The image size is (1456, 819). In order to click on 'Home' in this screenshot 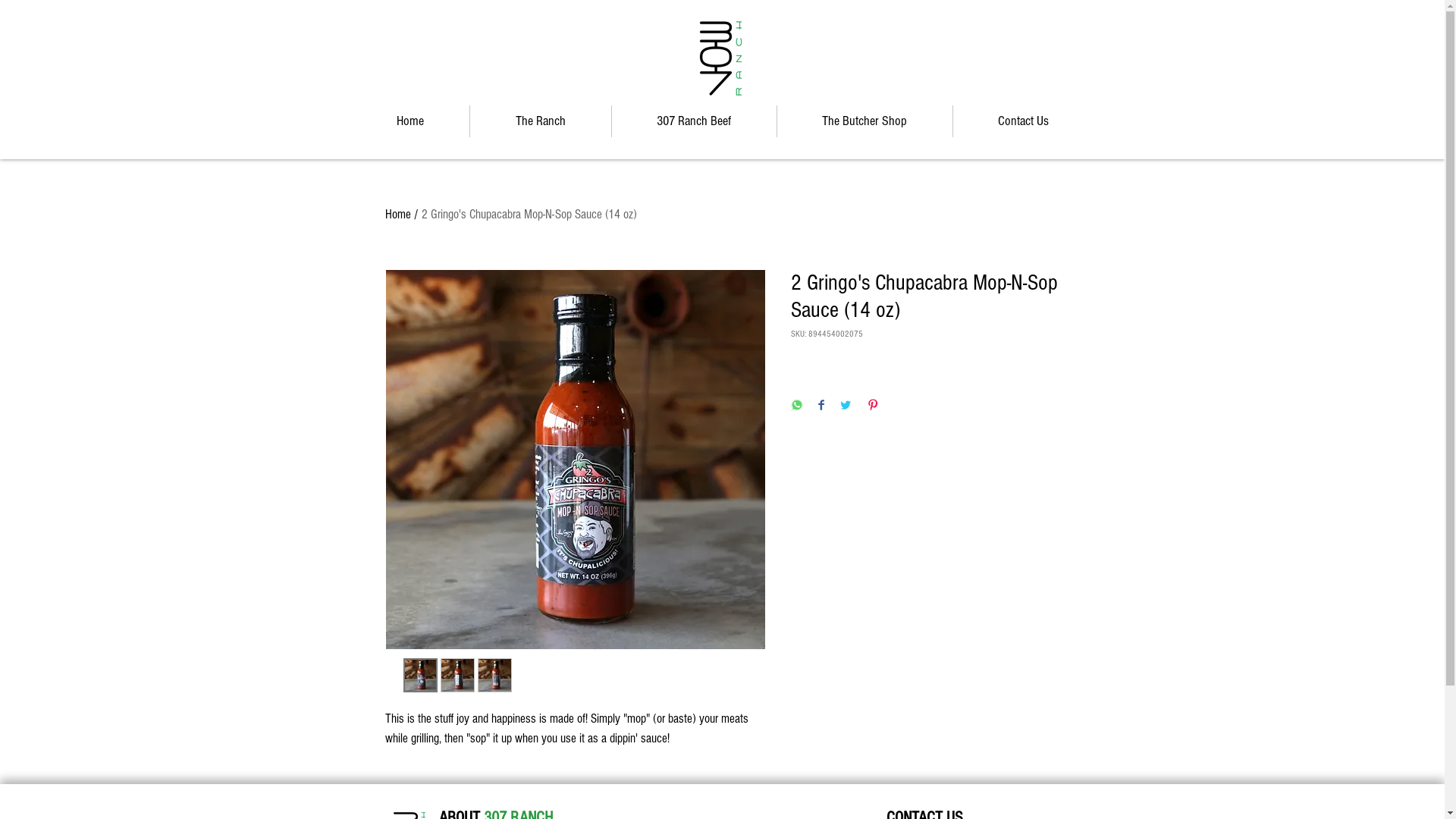, I will do `click(397, 214)`.